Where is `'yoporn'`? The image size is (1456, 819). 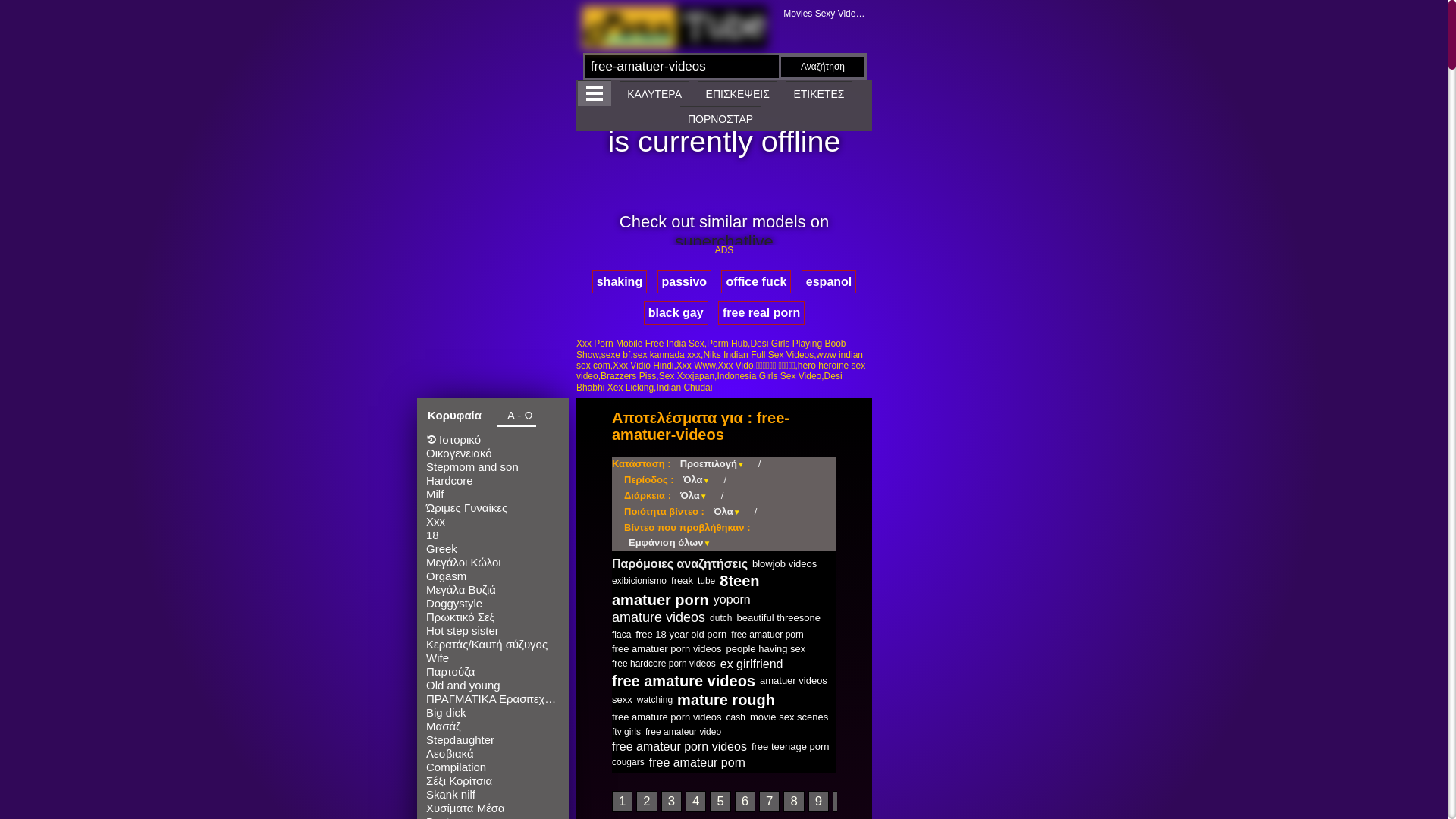
'yoporn' is located at coordinates (732, 598).